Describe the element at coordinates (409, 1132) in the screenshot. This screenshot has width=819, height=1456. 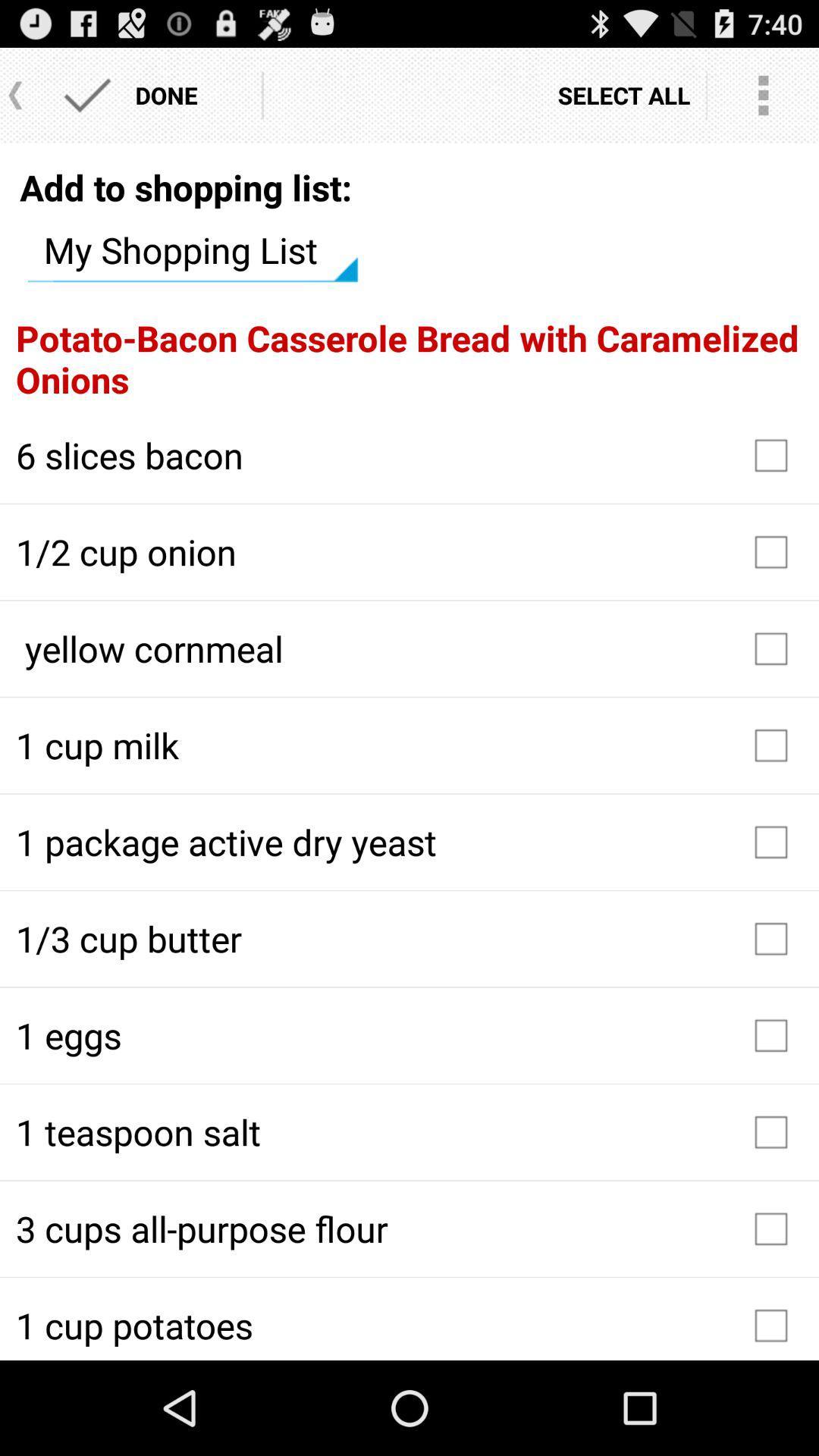
I see `the icon below the 1 eggs item` at that location.